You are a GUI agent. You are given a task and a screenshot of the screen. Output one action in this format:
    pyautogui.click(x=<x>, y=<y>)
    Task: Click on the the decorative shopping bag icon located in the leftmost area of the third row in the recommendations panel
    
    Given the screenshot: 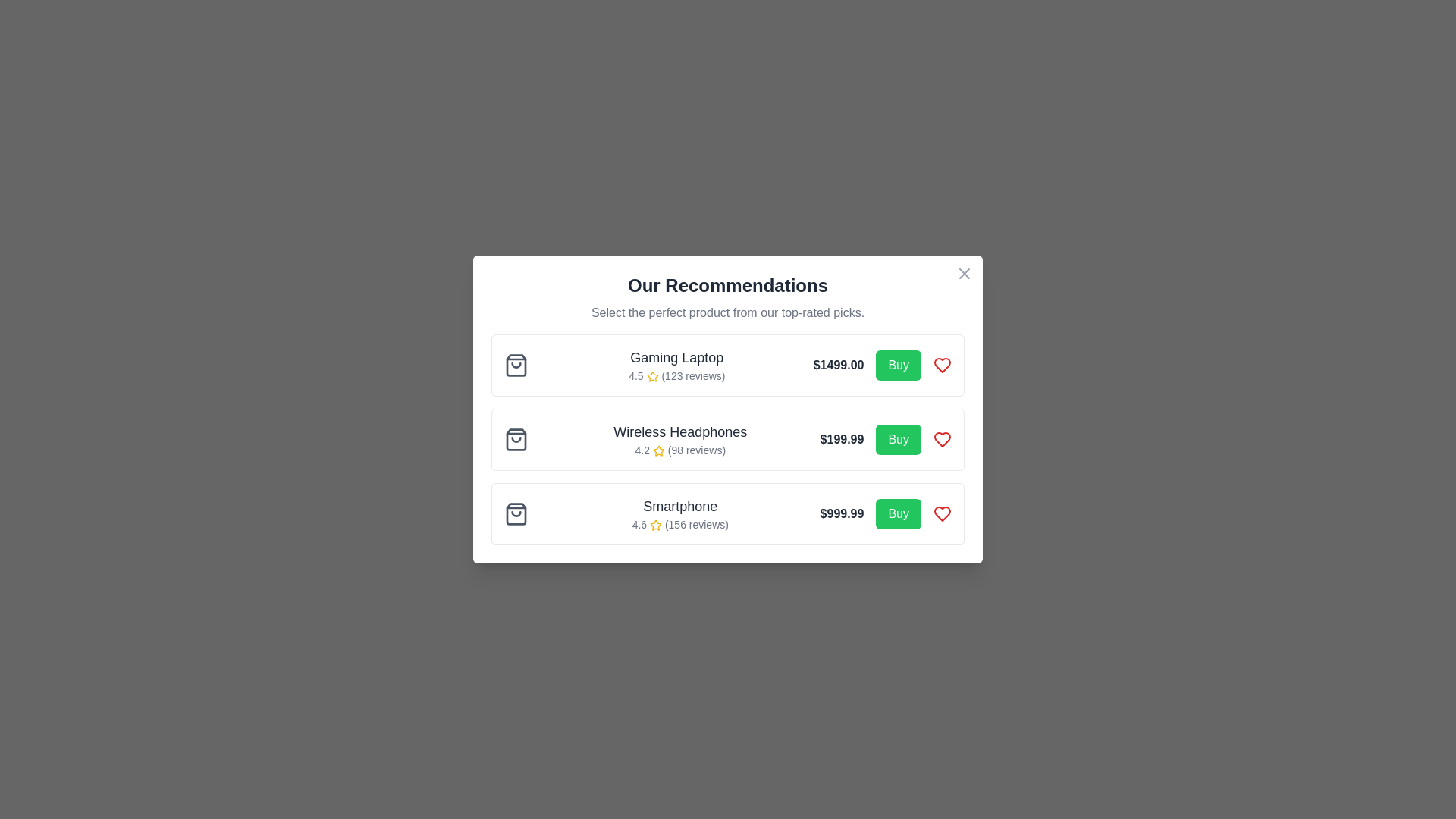 What is the action you would take?
    pyautogui.click(x=516, y=513)
    